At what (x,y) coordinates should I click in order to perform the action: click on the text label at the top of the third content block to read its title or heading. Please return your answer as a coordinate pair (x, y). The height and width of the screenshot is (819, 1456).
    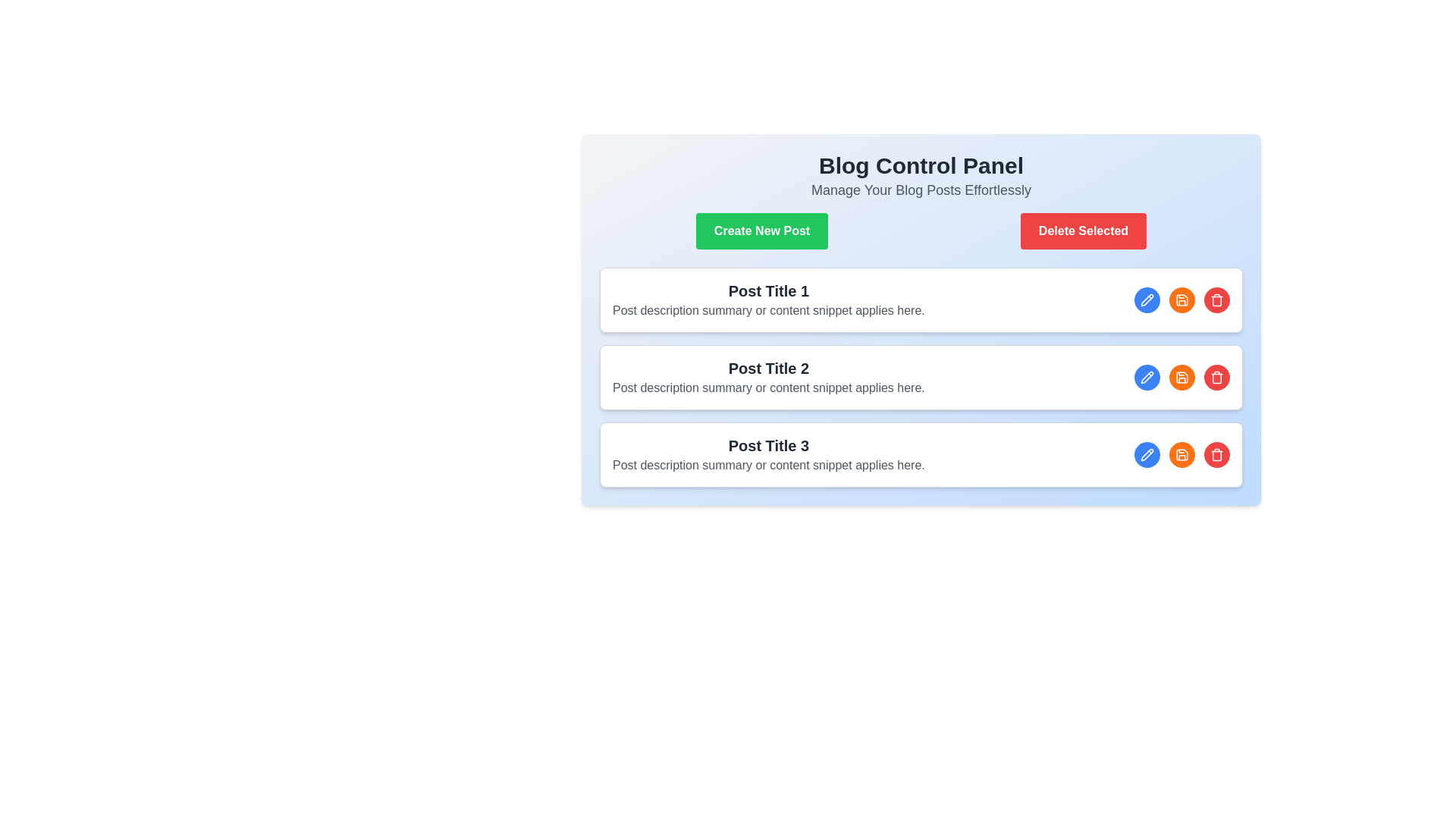
    Looking at the image, I should click on (768, 444).